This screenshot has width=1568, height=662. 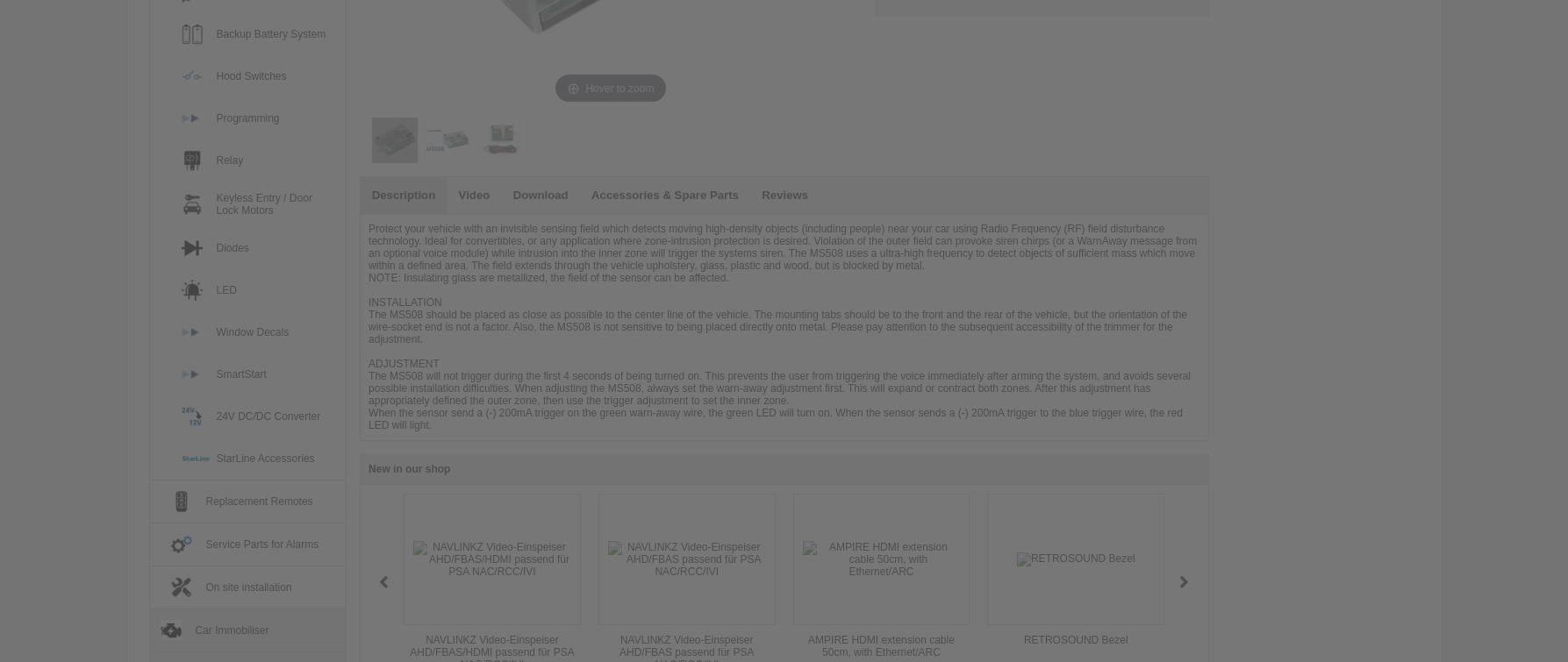 What do you see at coordinates (261, 543) in the screenshot?
I see `'Service Parts for Alarms'` at bounding box center [261, 543].